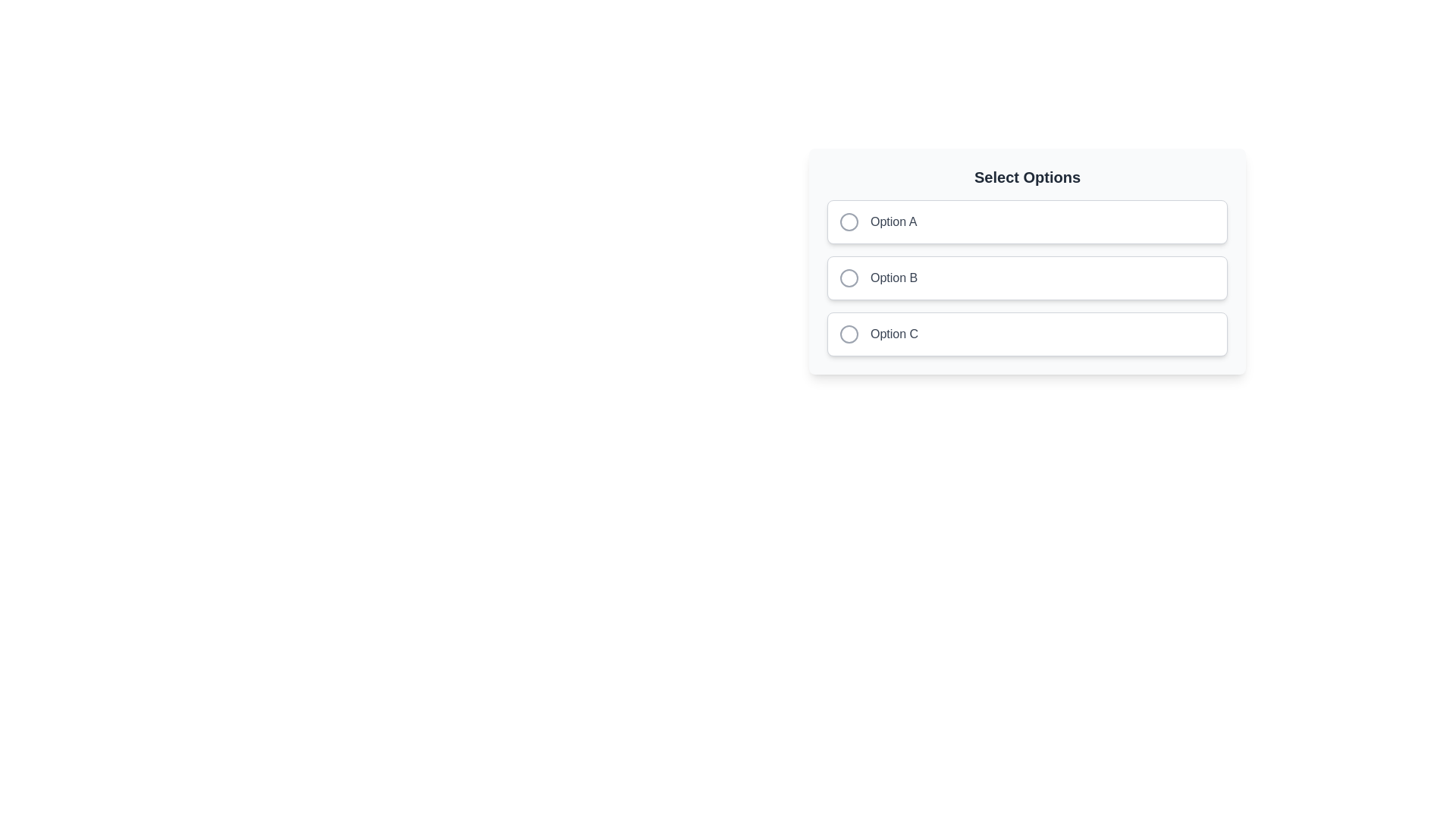 This screenshot has height=819, width=1456. What do you see at coordinates (848, 333) in the screenshot?
I see `the radio button located to the immediate left of the 'Option C' text` at bounding box center [848, 333].